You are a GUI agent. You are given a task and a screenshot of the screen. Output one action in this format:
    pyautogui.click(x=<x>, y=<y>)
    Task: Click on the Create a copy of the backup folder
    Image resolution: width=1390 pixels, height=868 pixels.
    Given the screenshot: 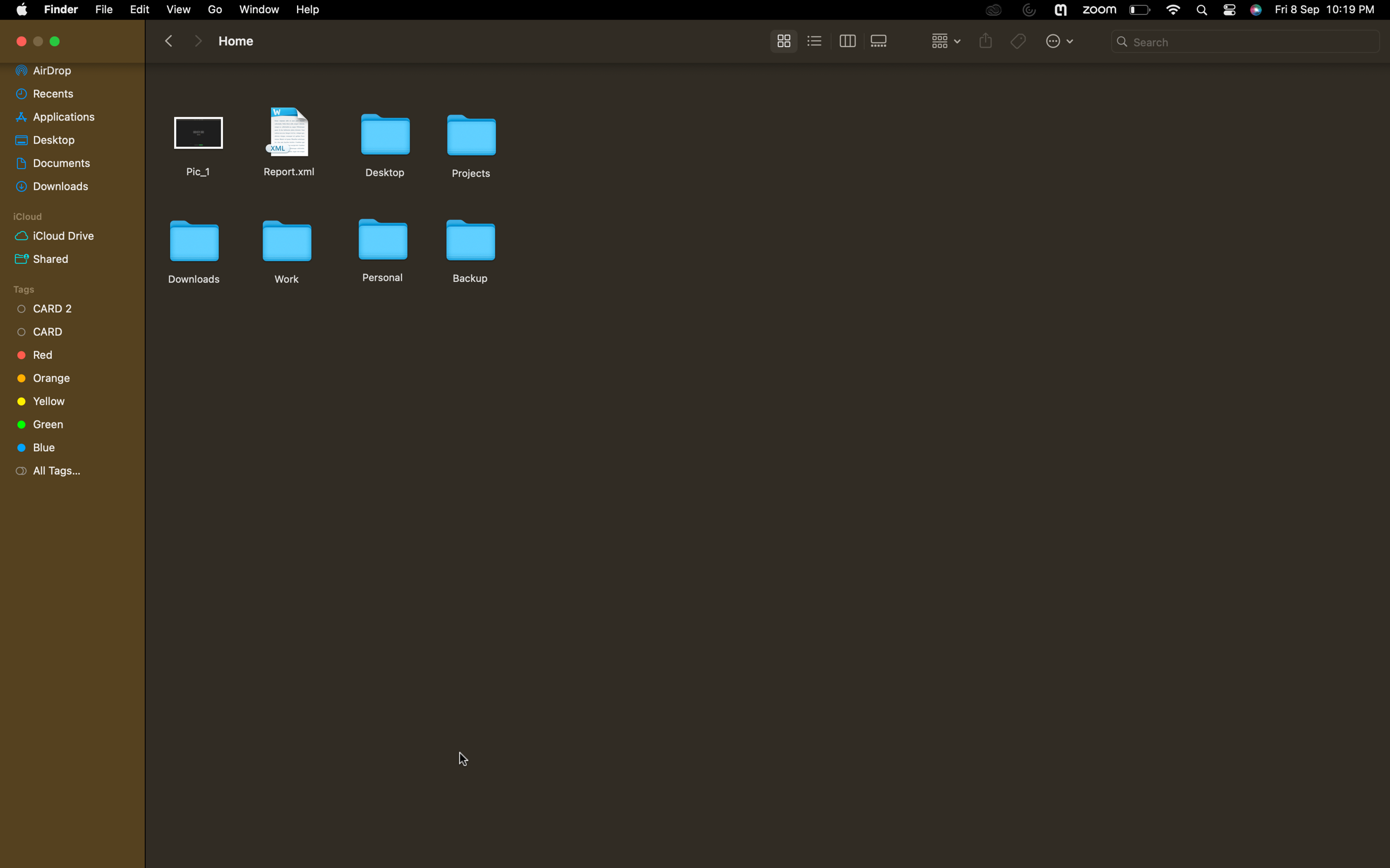 What is the action you would take?
    pyautogui.click(x=470, y=249)
    